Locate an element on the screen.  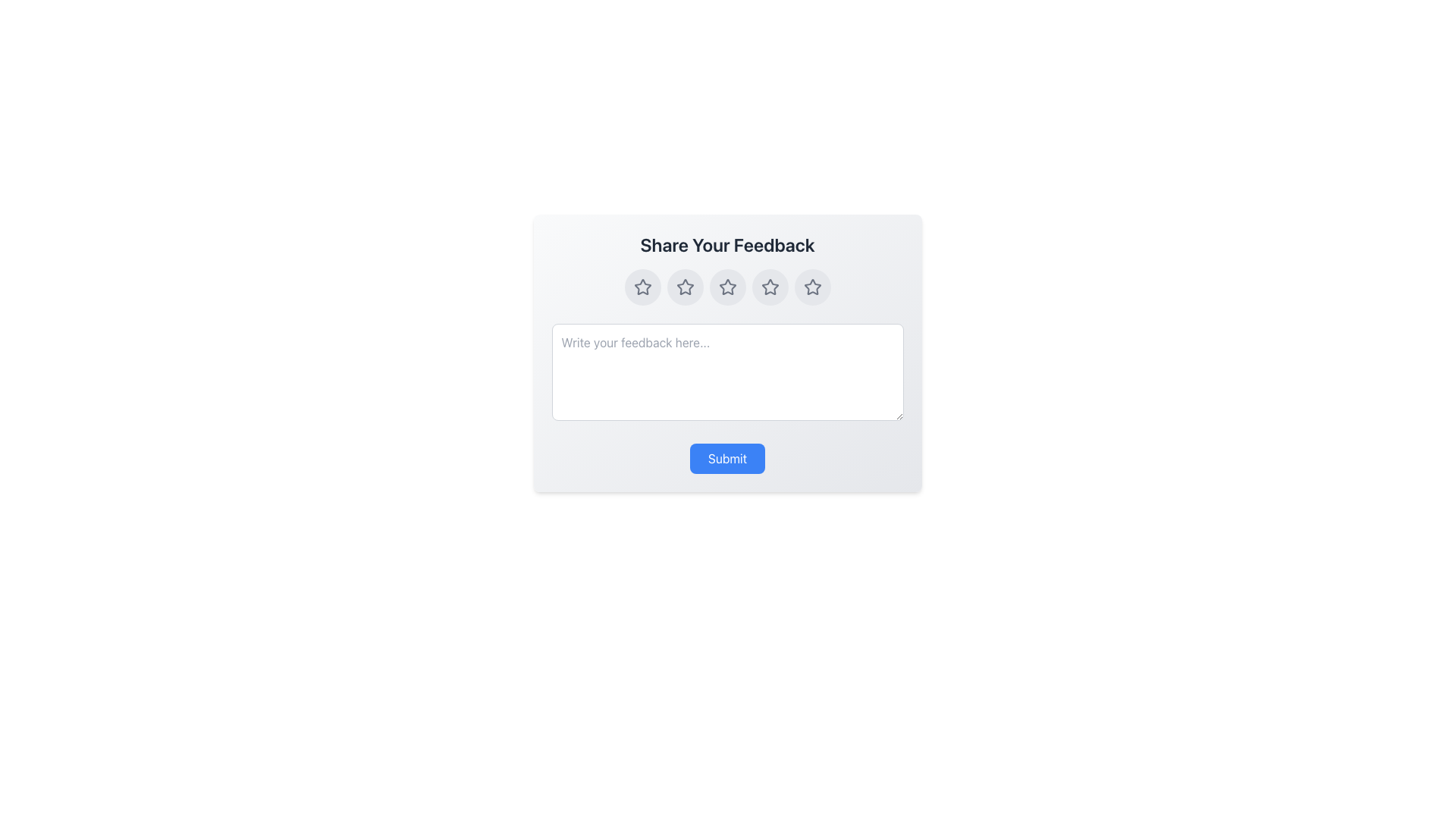
the second star-shaped icon is located at coordinates (684, 287).